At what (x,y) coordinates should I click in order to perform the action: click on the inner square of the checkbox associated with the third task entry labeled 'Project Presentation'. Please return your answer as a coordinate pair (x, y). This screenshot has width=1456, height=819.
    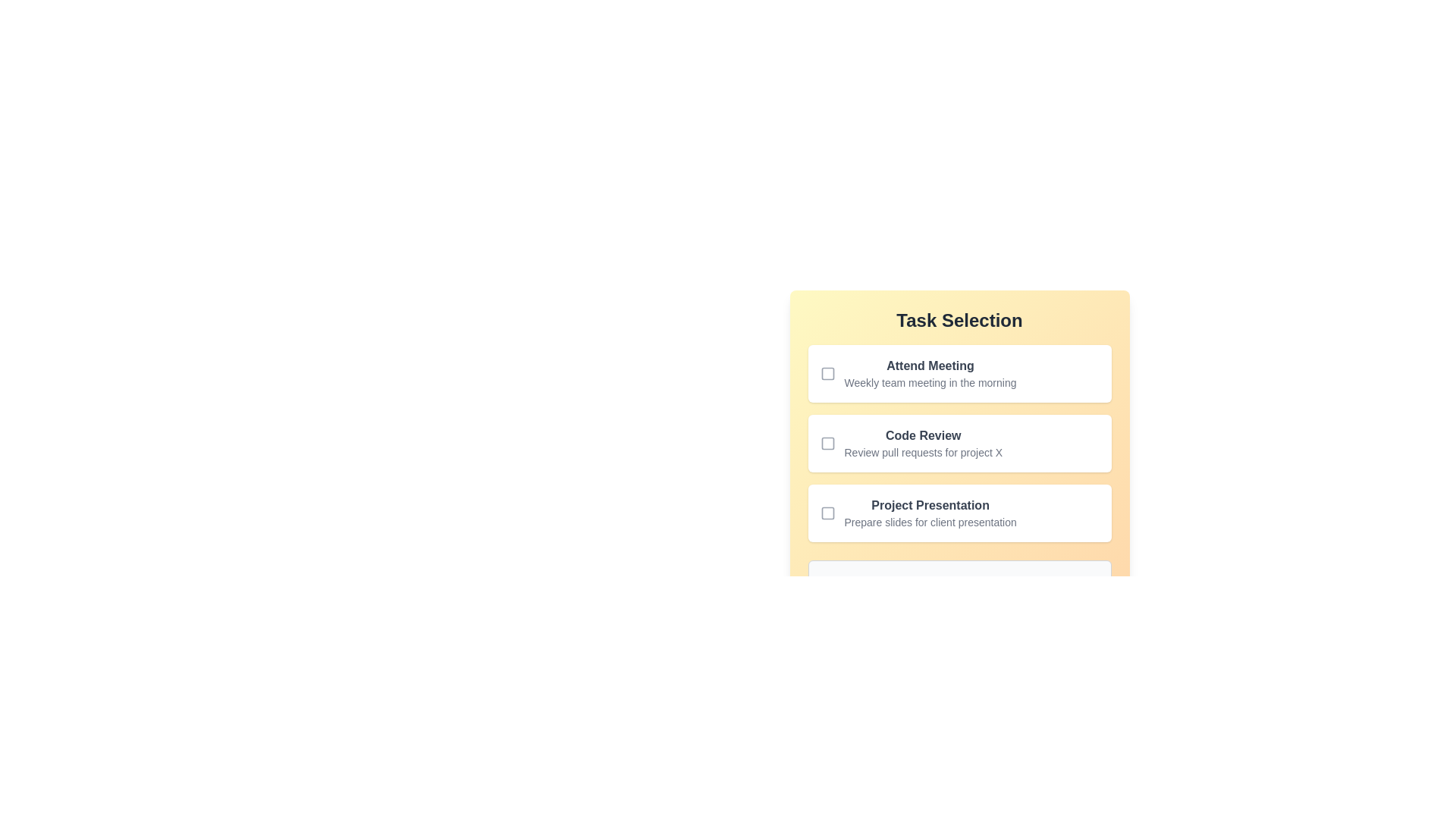
    Looking at the image, I should click on (827, 513).